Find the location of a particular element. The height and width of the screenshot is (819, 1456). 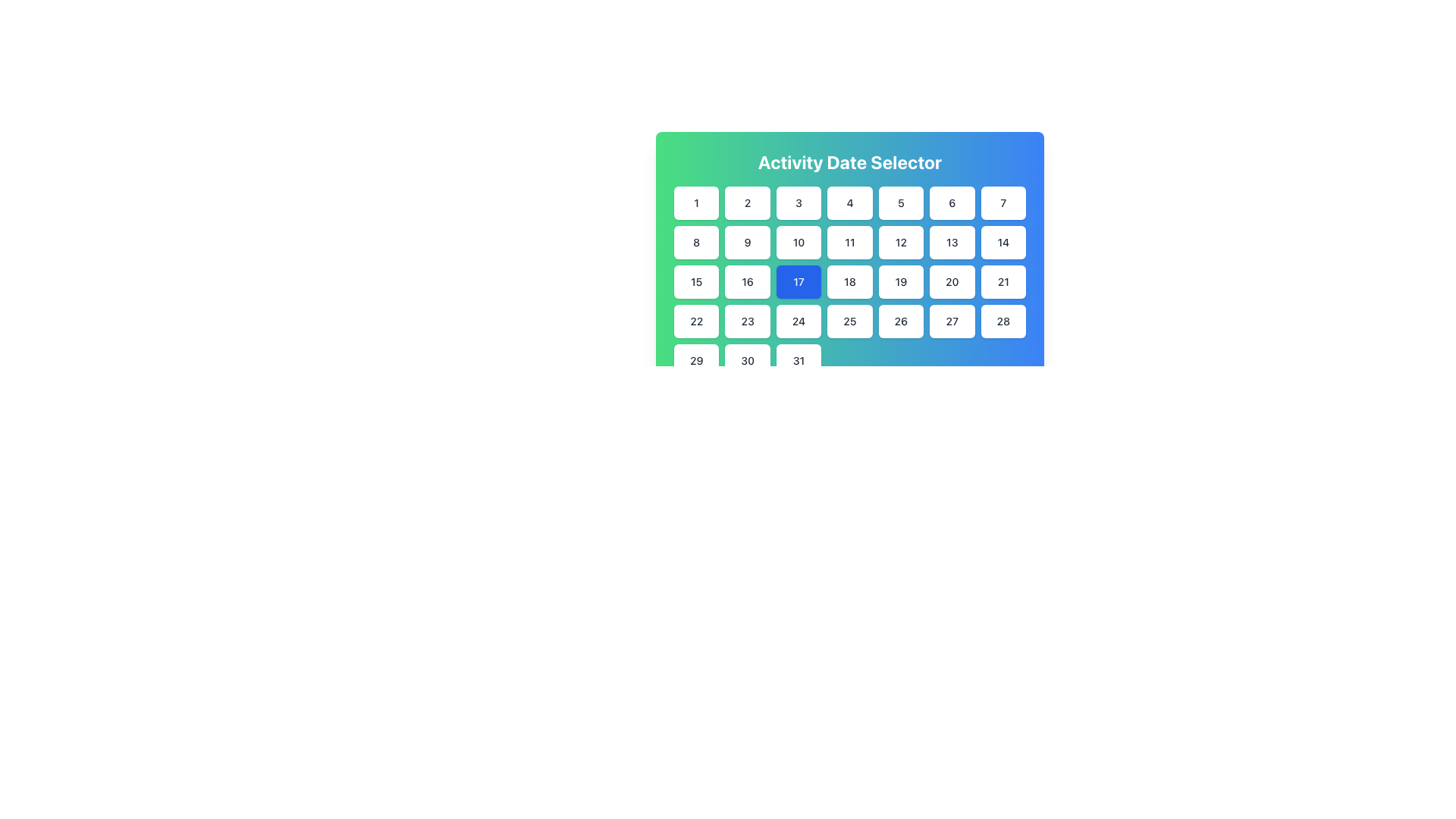

the button that allows the user is located at coordinates (798, 242).